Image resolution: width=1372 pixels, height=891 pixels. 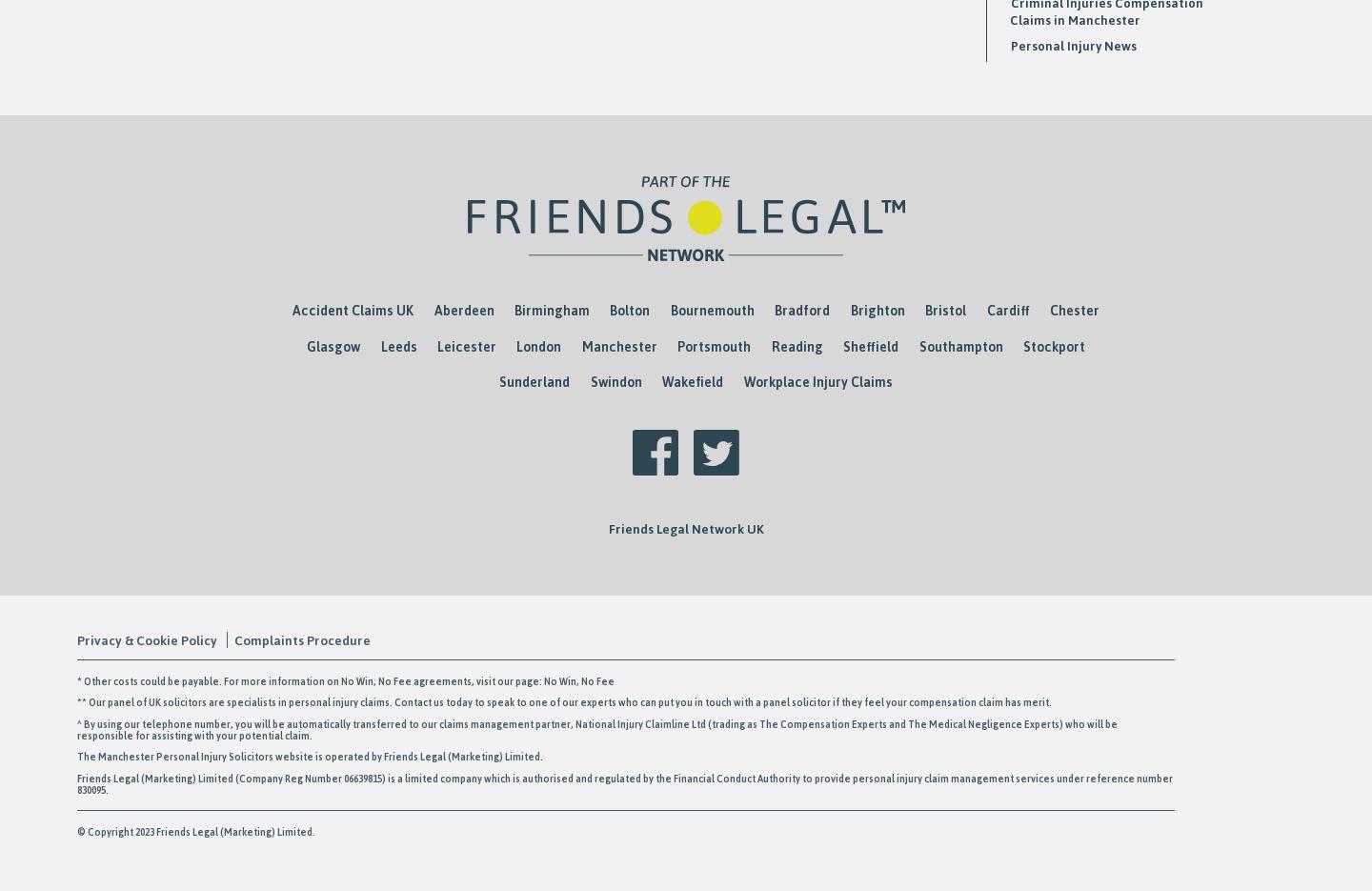 What do you see at coordinates (254, 829) in the screenshot?
I see `'© Copyright 2023 Friends Legal (Marketing) Limited.'` at bounding box center [254, 829].